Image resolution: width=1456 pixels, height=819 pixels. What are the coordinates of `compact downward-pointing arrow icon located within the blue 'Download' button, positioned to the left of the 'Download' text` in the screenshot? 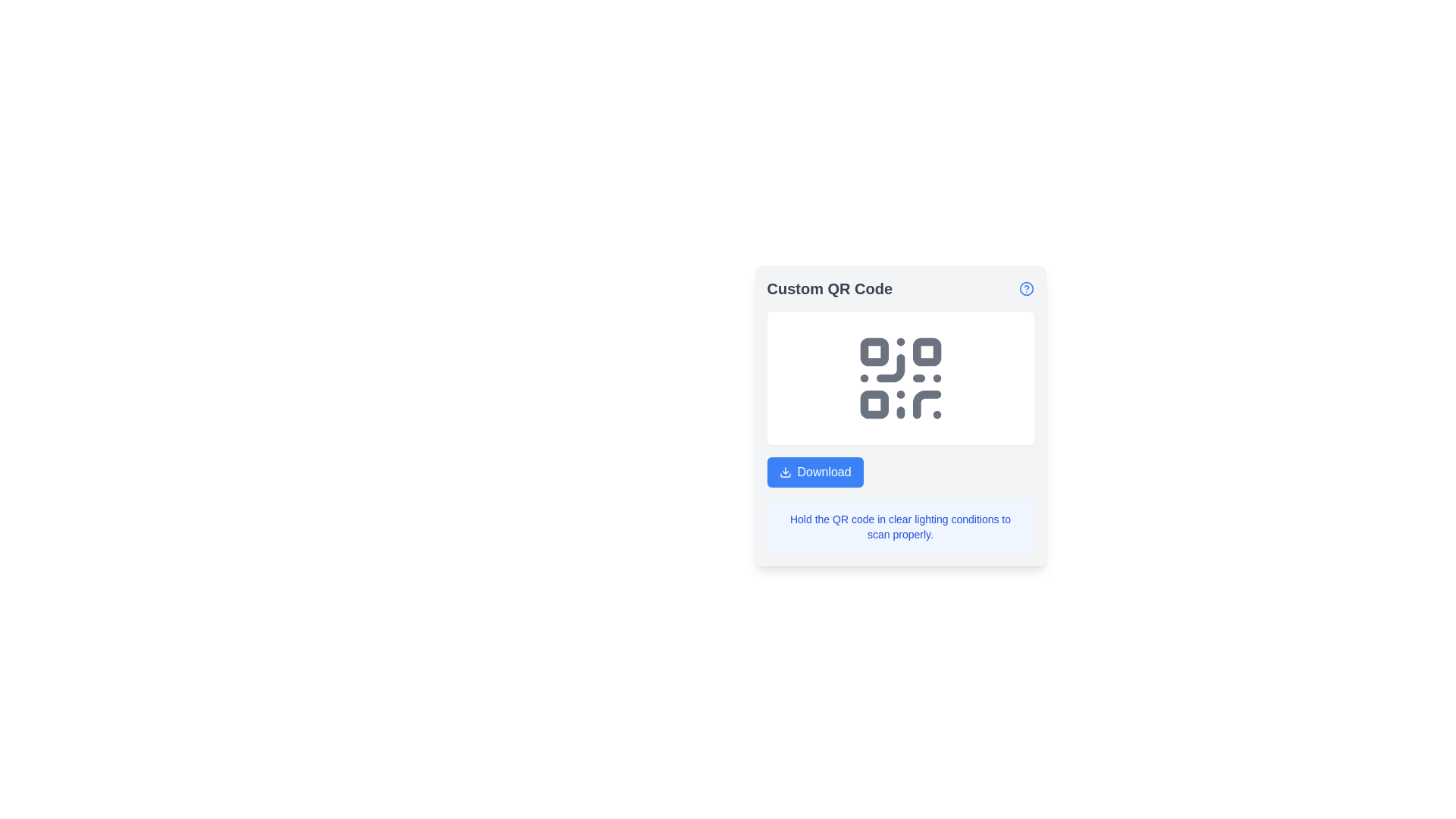 It's located at (785, 472).